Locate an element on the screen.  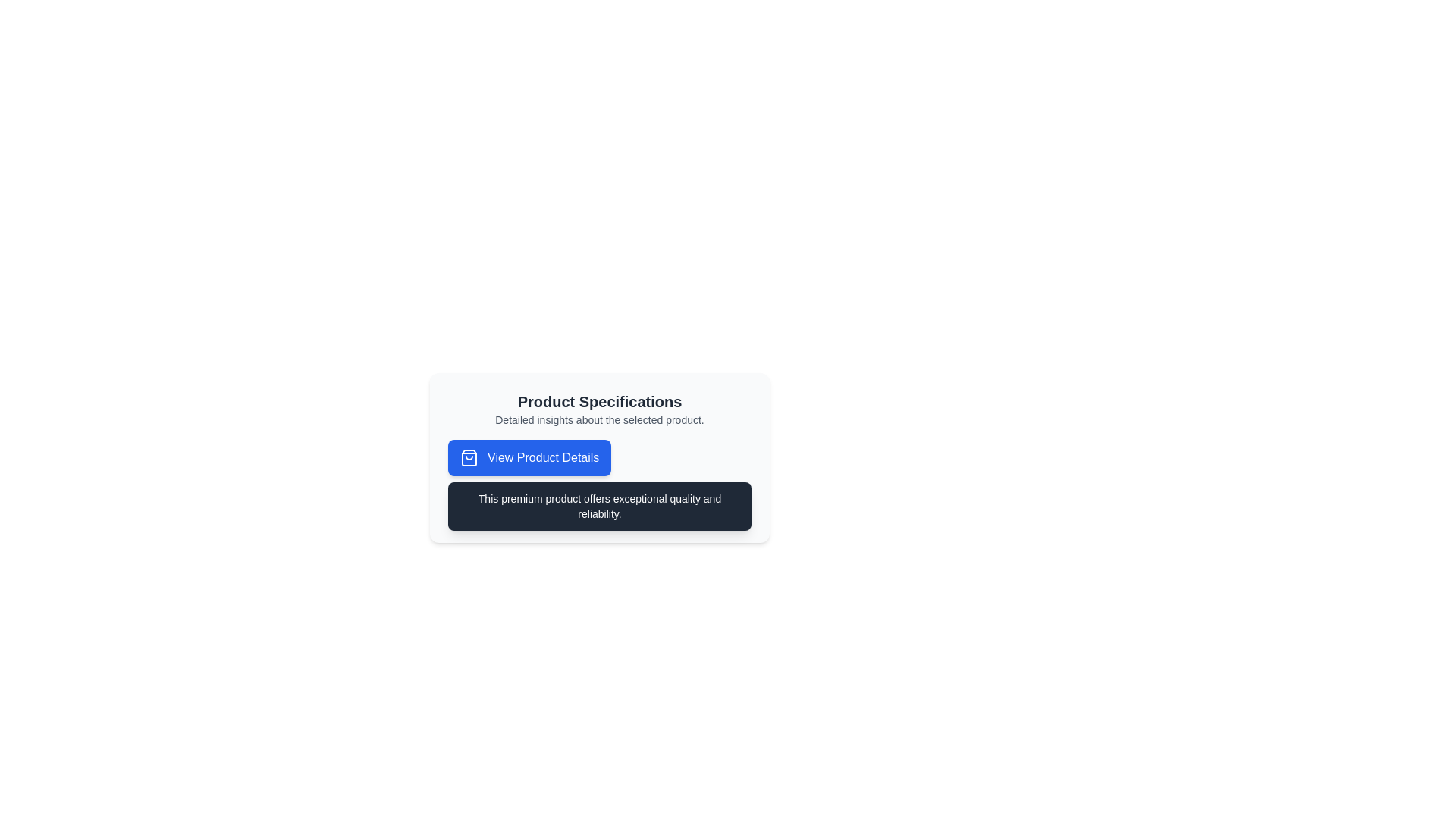
the title or heading that indicates the start of the product specifications section, located at the center of the interface is located at coordinates (599, 400).